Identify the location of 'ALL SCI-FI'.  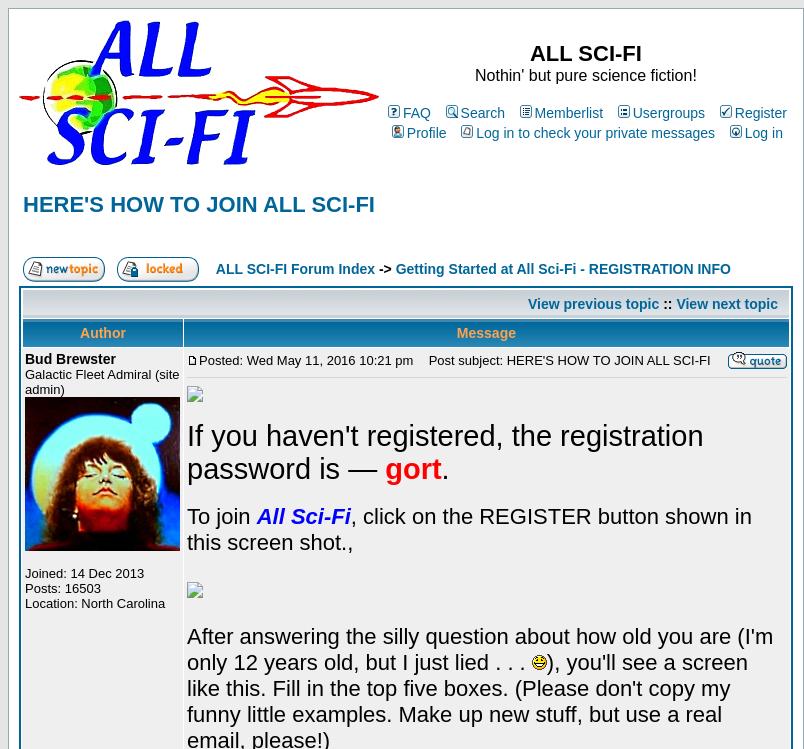
(583, 52).